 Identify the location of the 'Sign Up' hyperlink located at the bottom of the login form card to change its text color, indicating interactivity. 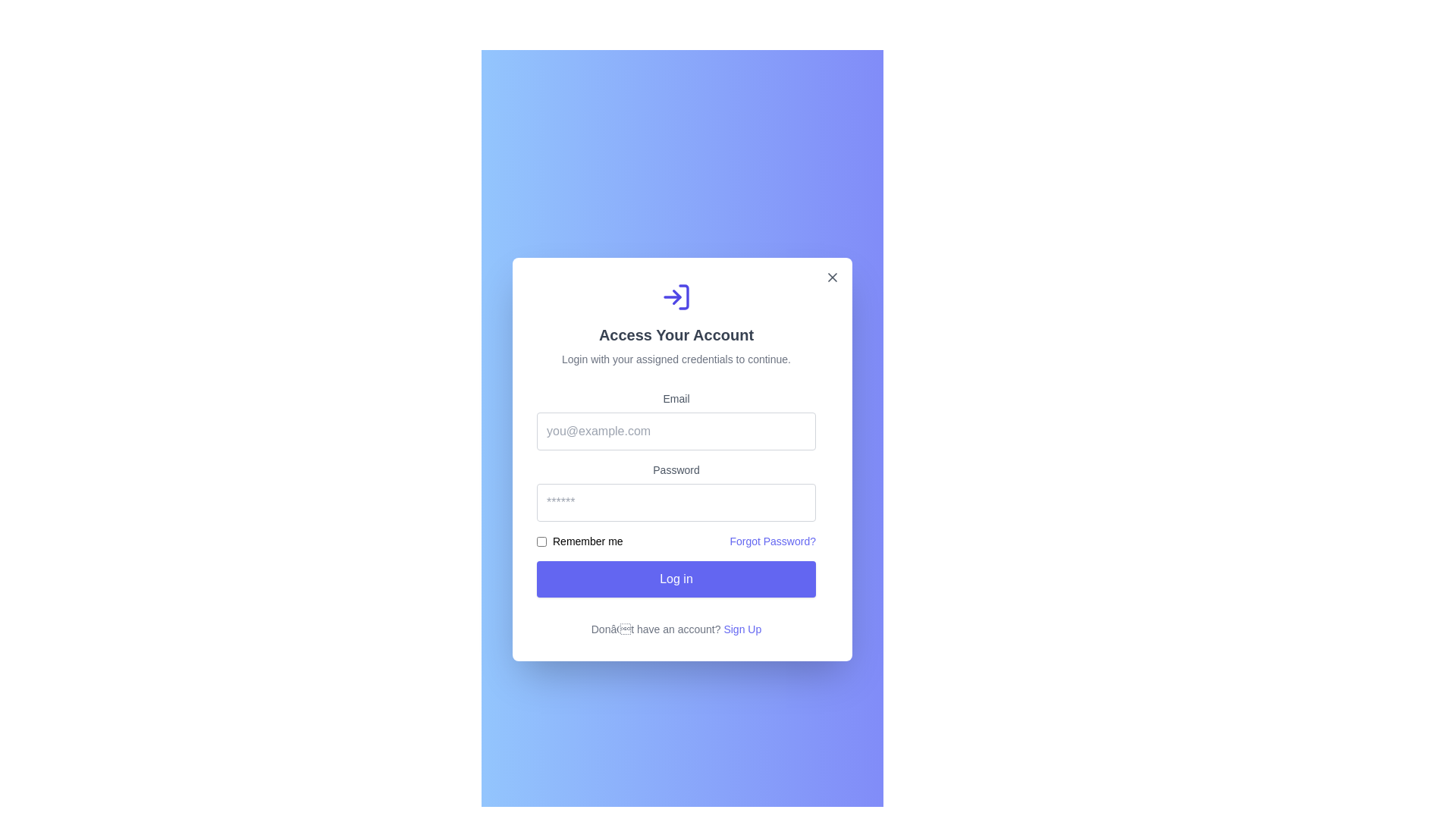
(742, 629).